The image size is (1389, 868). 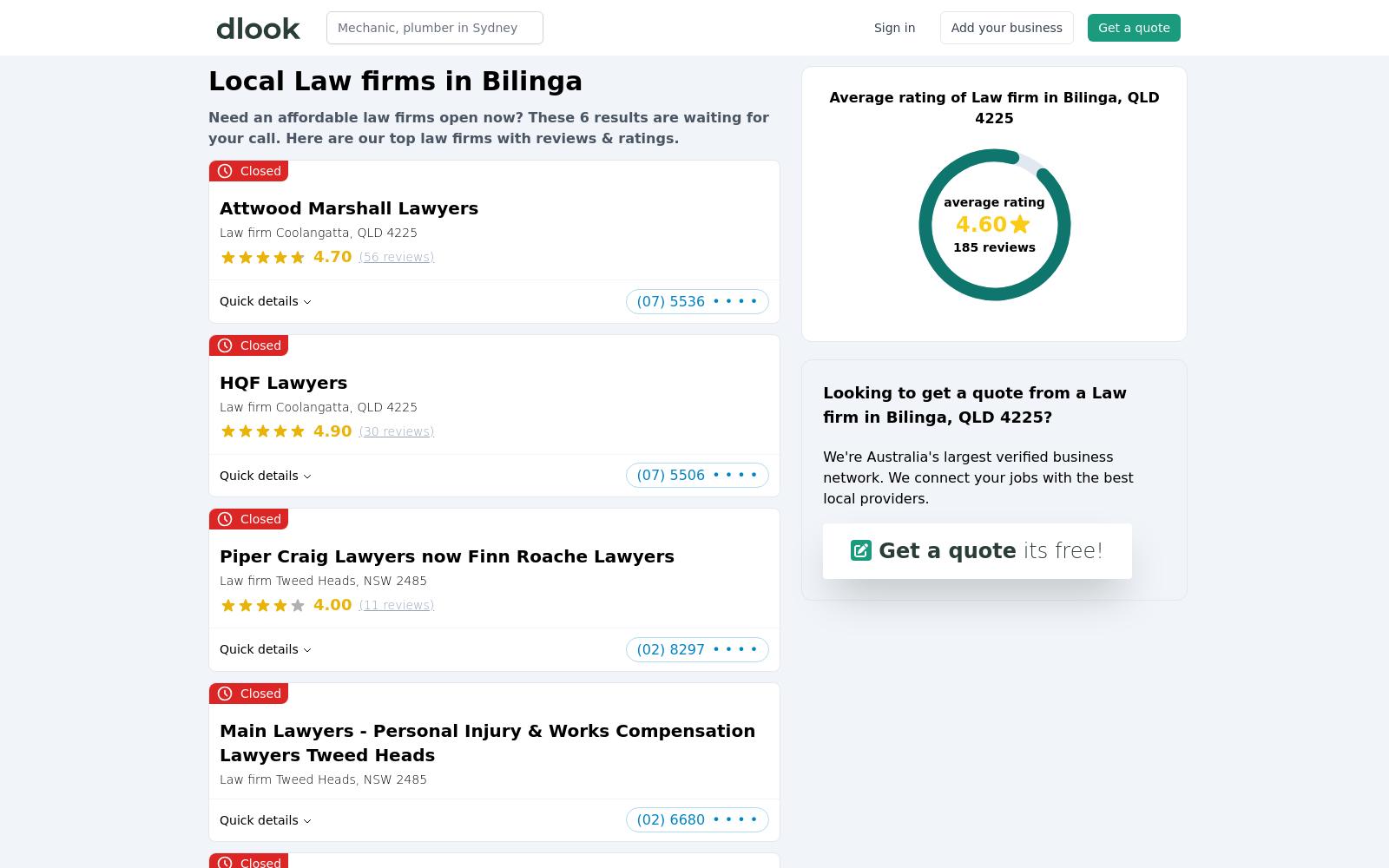 I want to click on '4.70', so click(x=332, y=256).